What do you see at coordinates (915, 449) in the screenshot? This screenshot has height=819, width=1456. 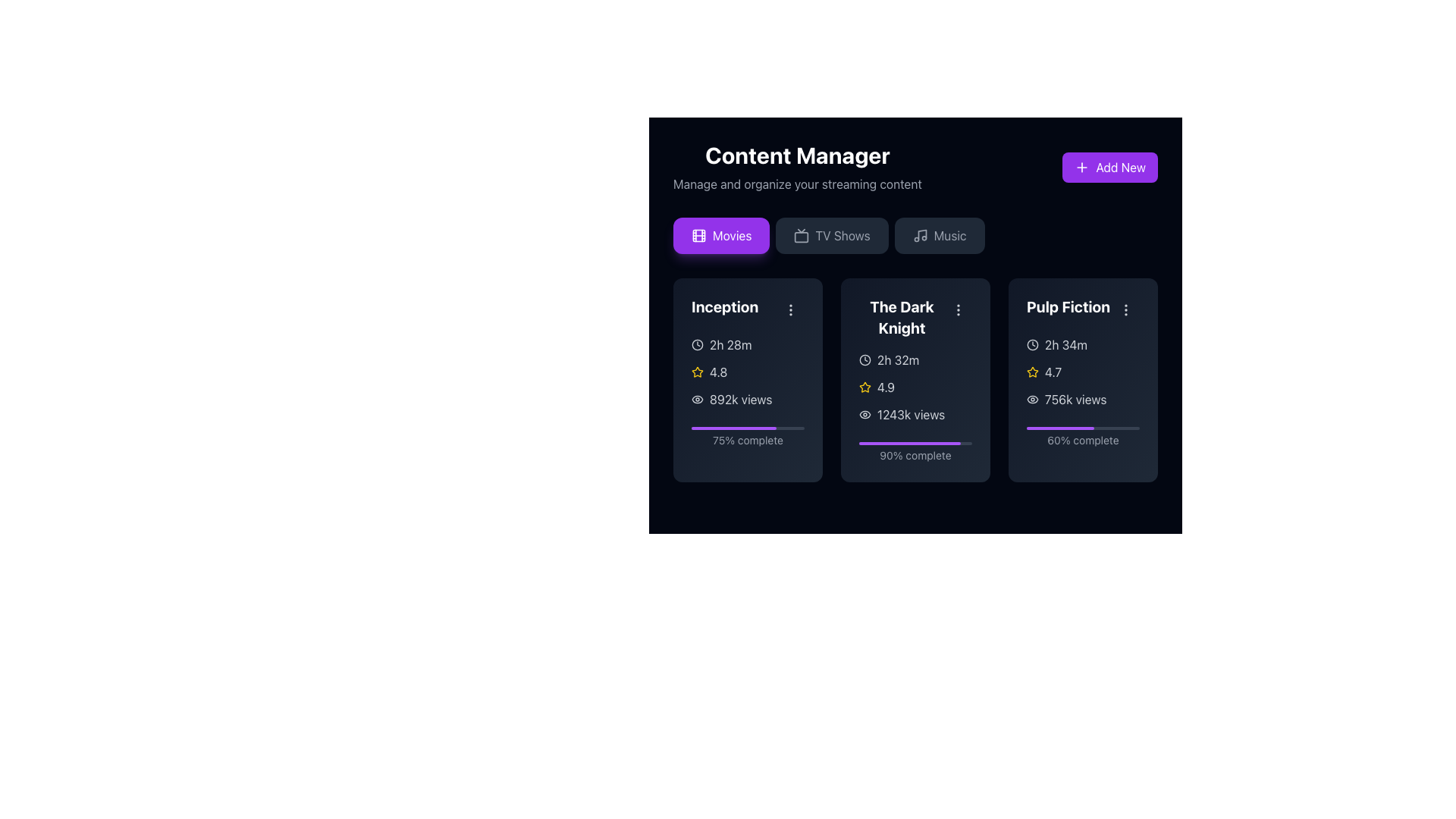 I see `progress represented by the light purple progress bar labeled '90% complete' located at the bottom of the card for 'The Dark Knight'` at bounding box center [915, 449].